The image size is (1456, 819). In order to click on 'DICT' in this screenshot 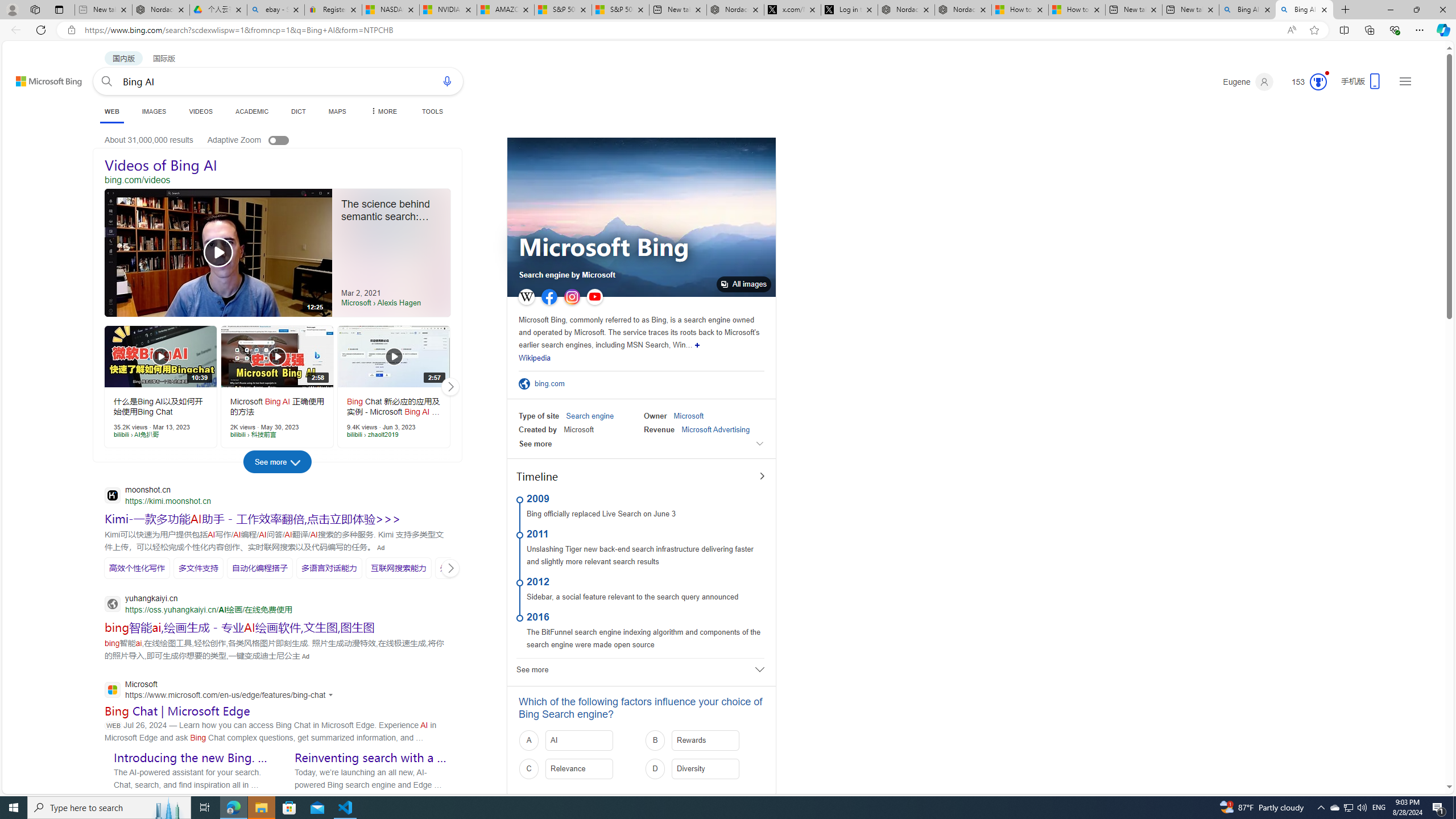, I will do `click(297, 111)`.